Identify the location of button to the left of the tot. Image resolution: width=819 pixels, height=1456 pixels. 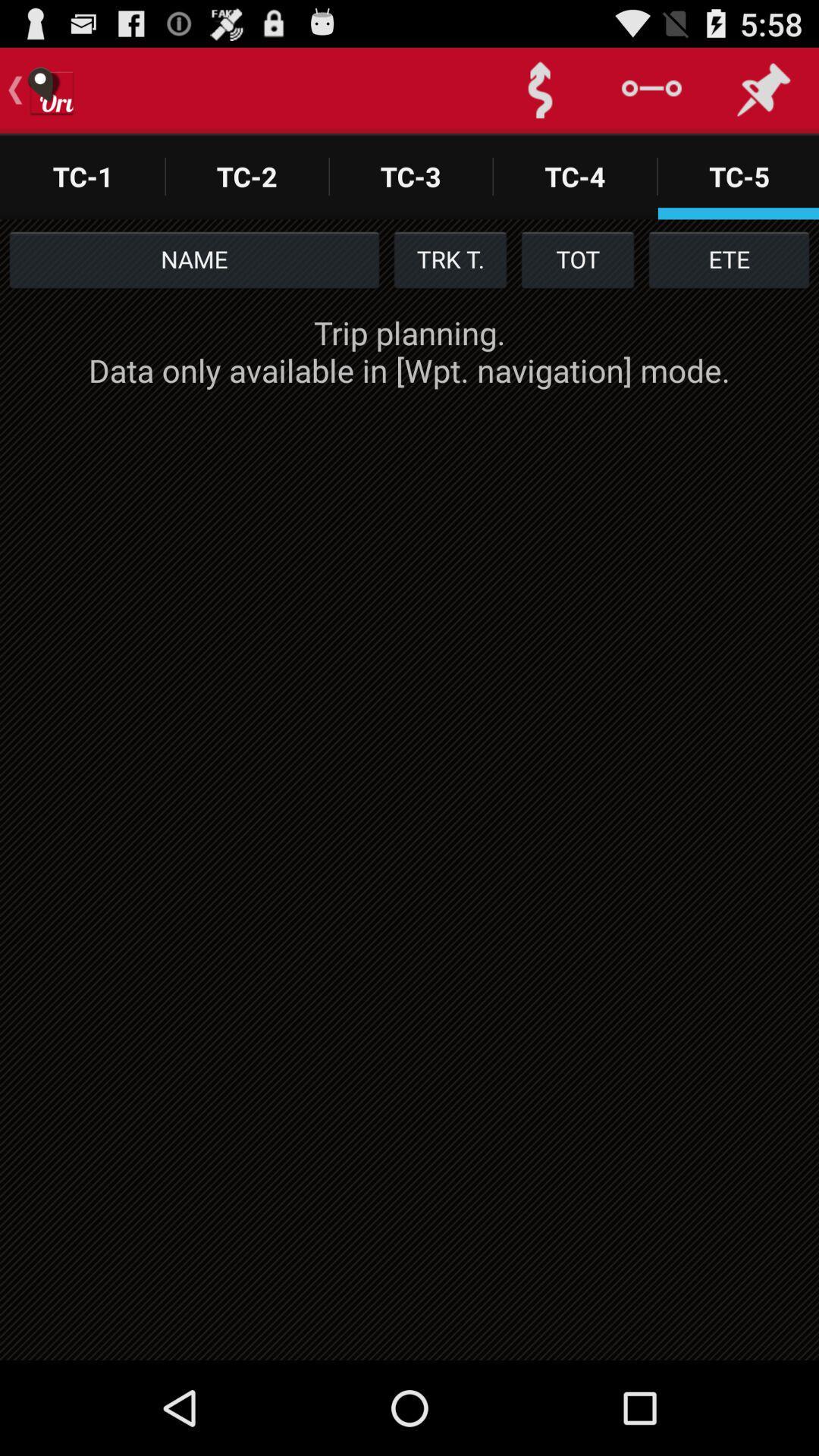
(450, 259).